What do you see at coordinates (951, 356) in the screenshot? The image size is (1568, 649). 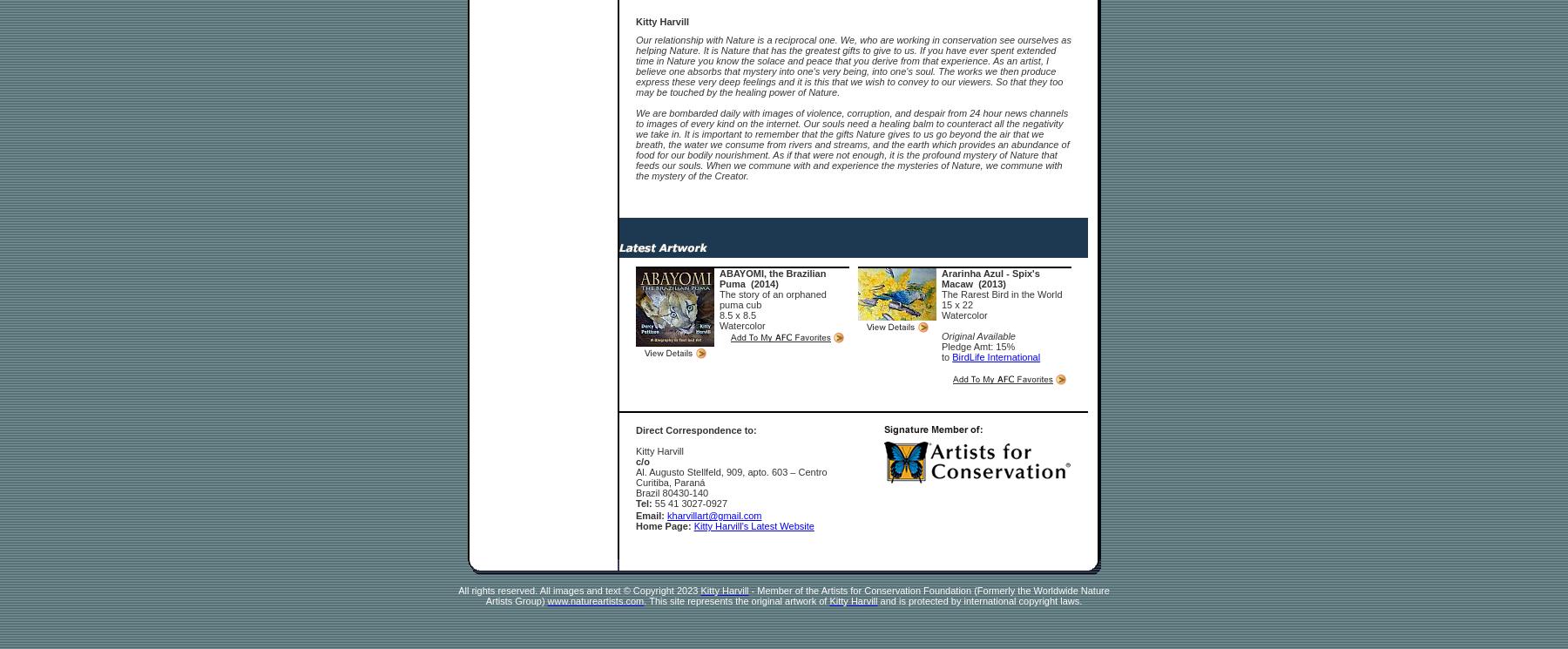 I see `'BirdLife International'` at bounding box center [951, 356].